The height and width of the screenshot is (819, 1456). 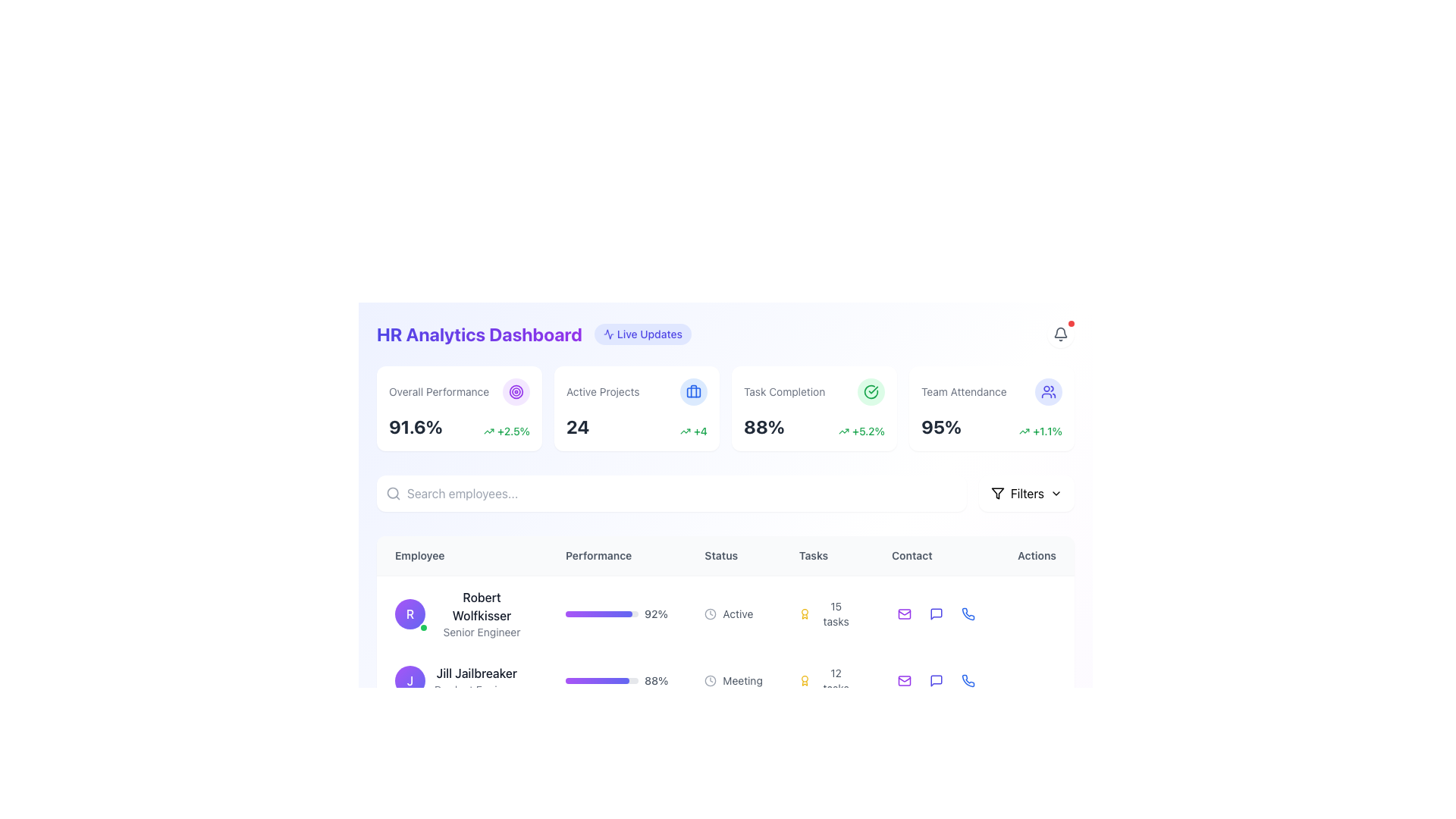 What do you see at coordinates (784, 391) in the screenshot?
I see `the text label displaying 'Task Completion' in a gray color, located in the top section of the dashboard, specifically within the third card from the left` at bounding box center [784, 391].